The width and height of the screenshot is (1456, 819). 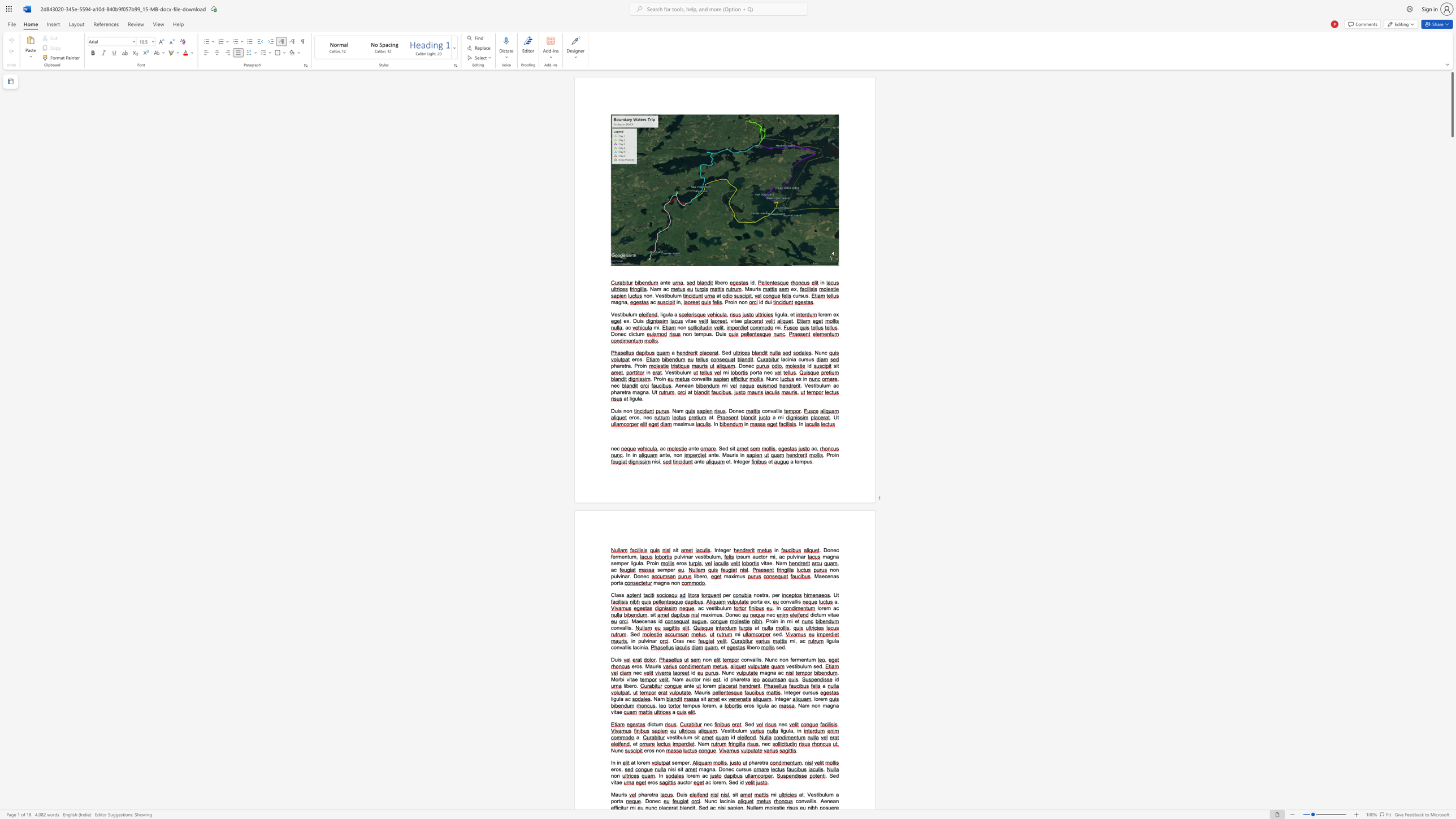 I want to click on the 1th character "s" in the text, so click(x=673, y=769).